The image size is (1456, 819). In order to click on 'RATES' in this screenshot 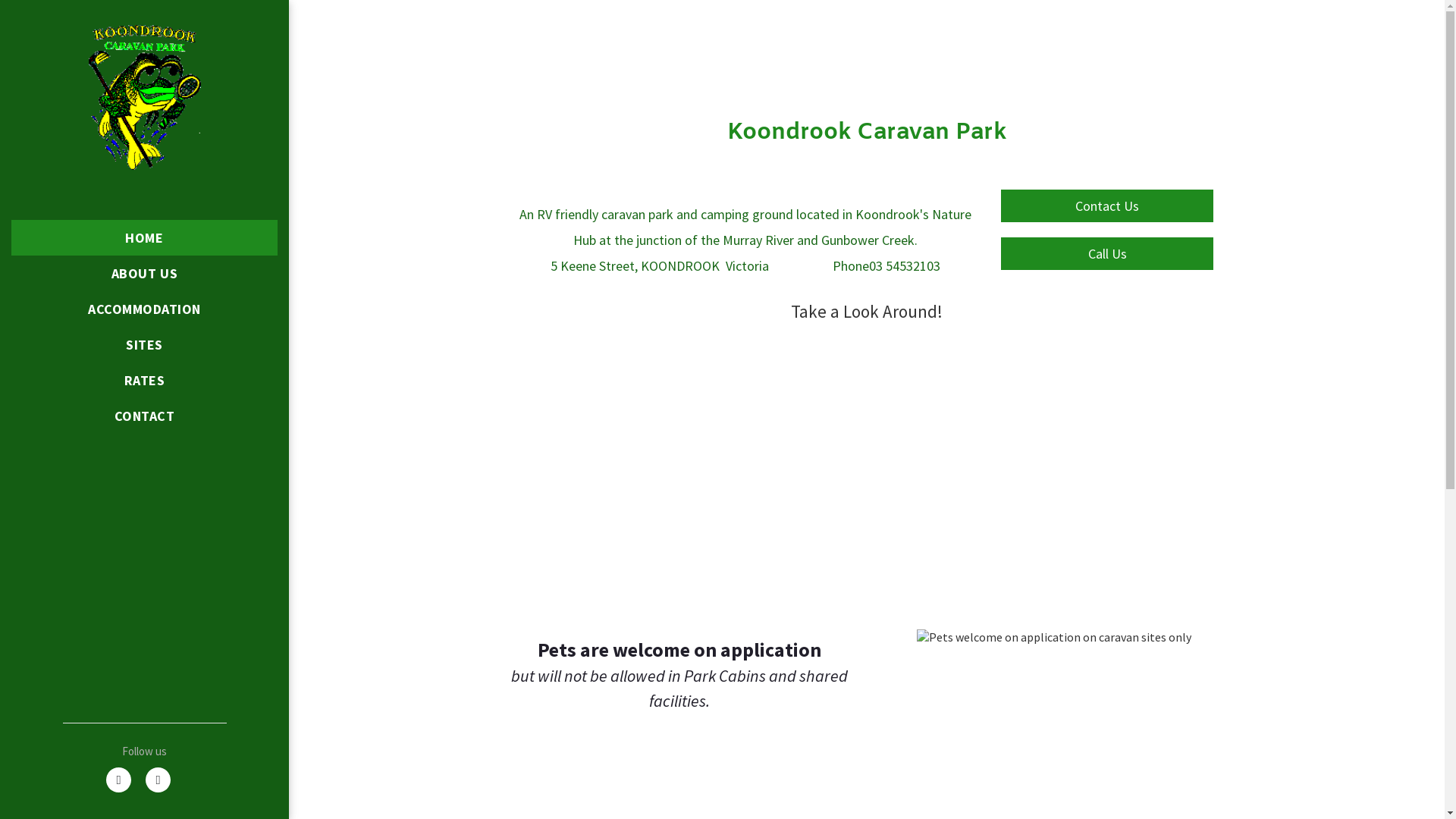, I will do `click(144, 379)`.